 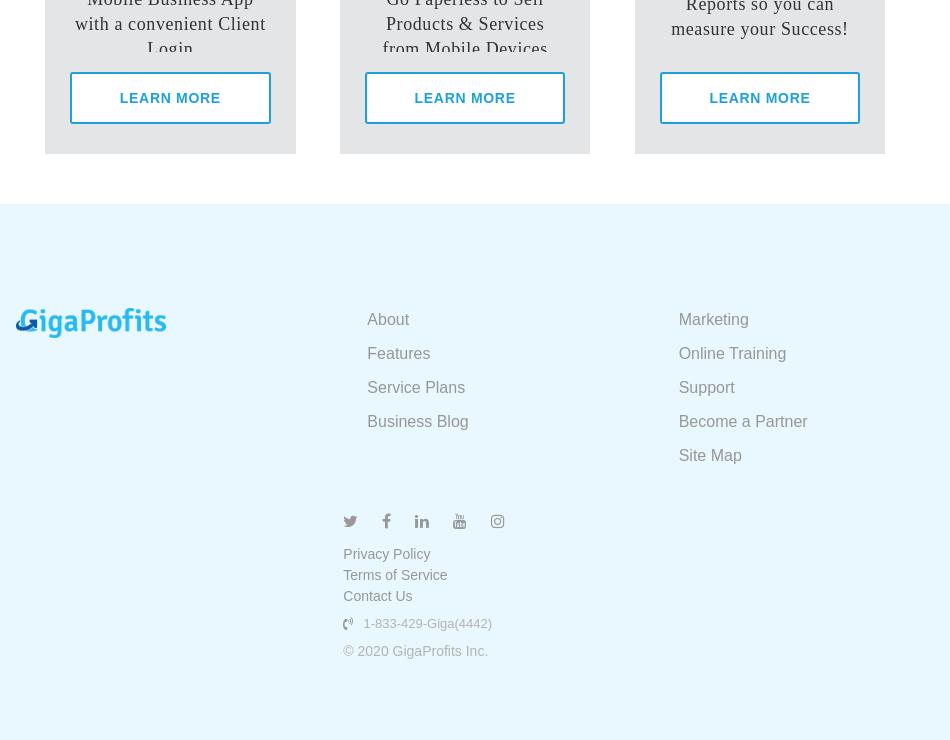 I want to click on 'Contact Us', so click(x=376, y=595).